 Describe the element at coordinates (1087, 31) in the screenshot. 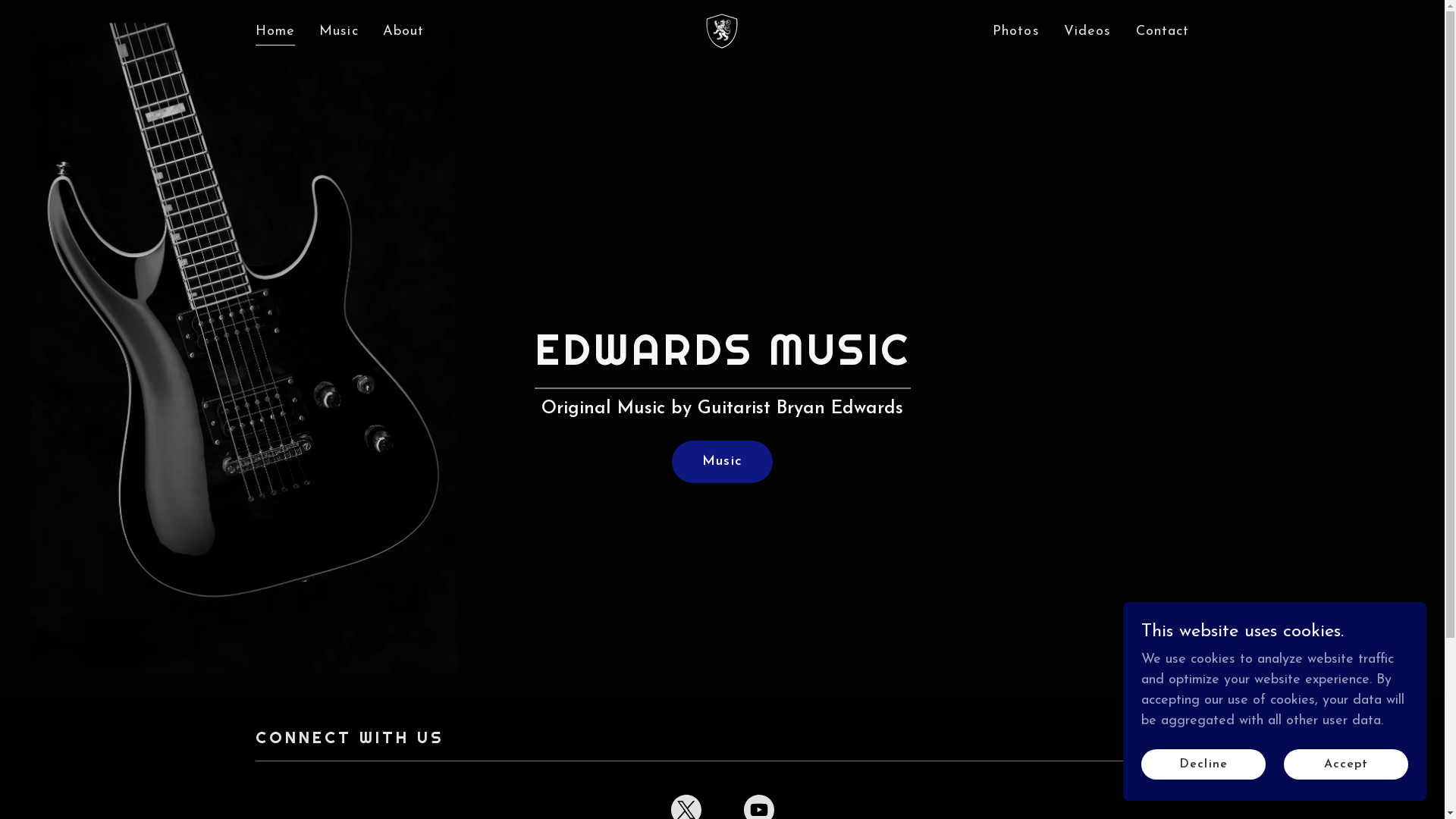

I see `'Videos'` at that location.